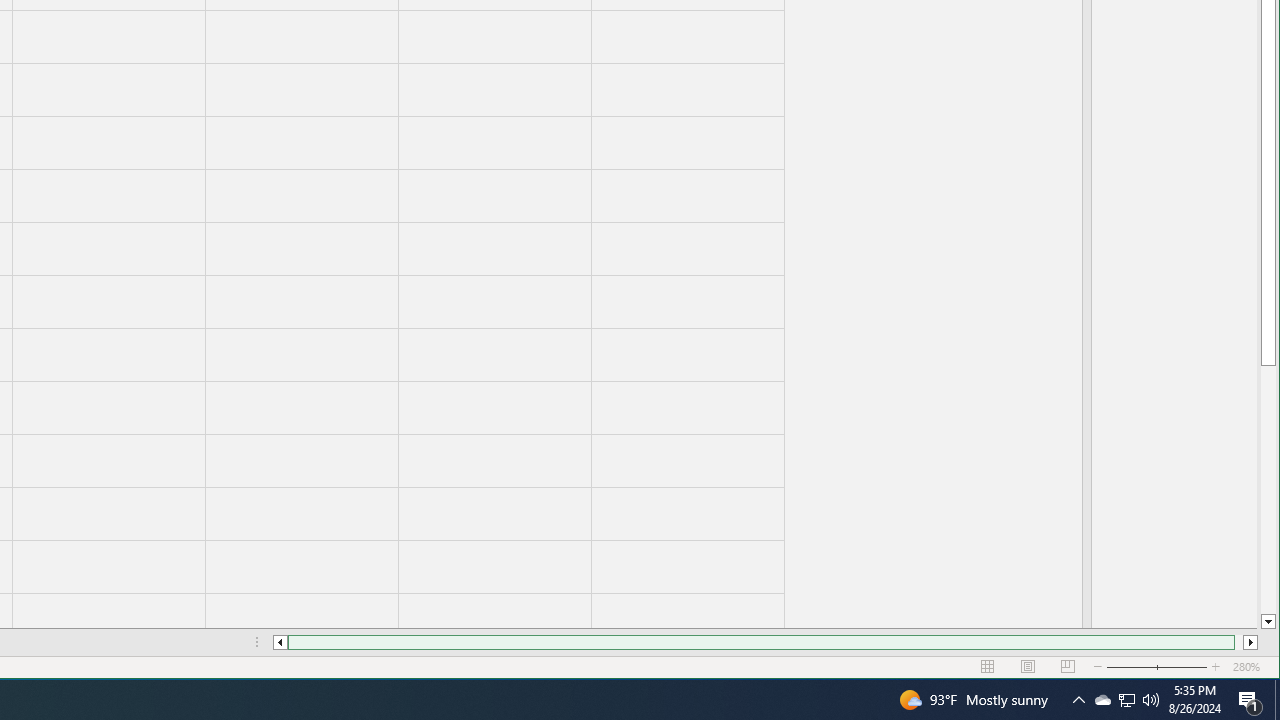  I want to click on 'Q2790: 100%', so click(1151, 698).